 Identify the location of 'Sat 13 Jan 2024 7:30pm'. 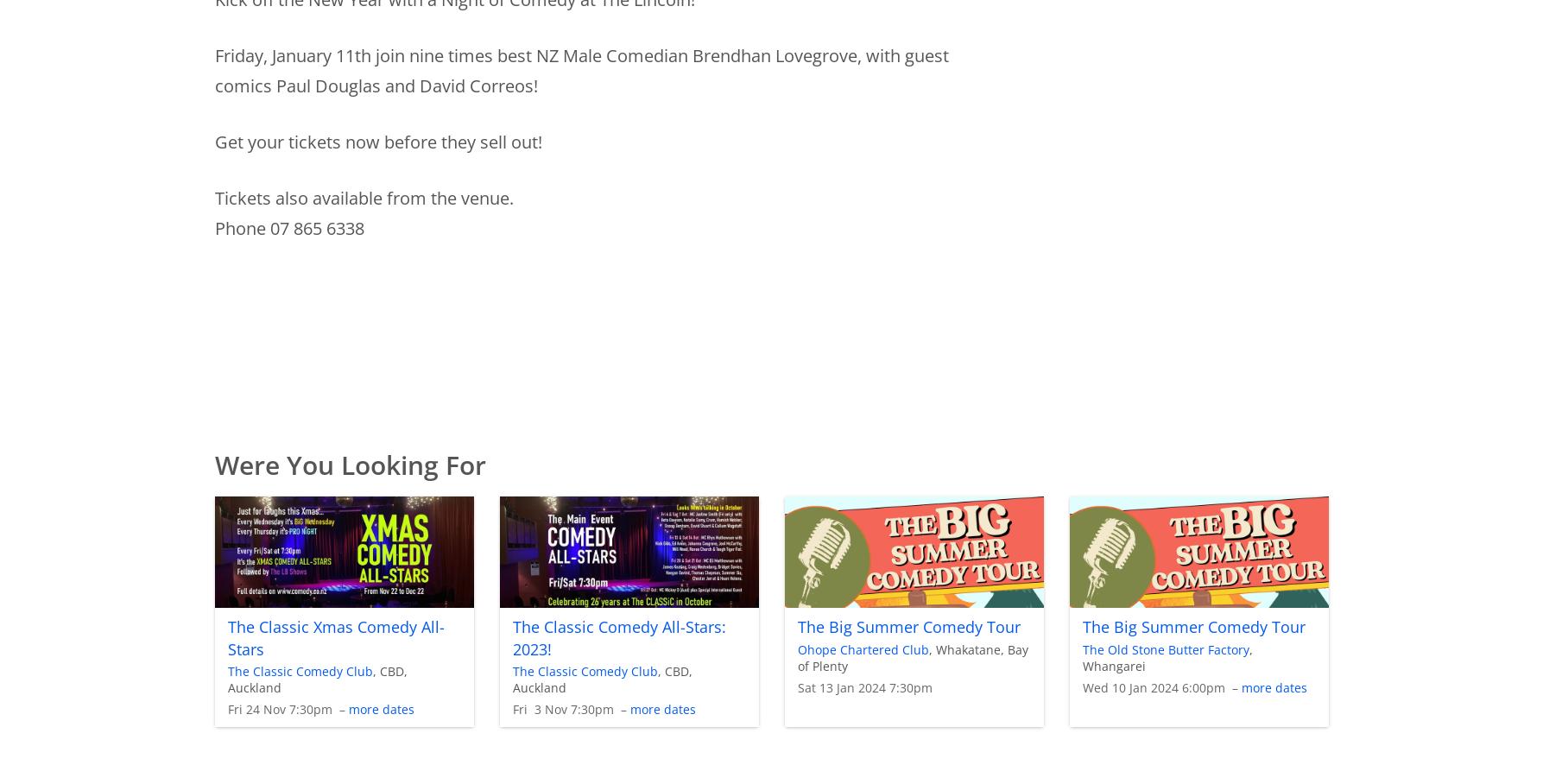
(863, 686).